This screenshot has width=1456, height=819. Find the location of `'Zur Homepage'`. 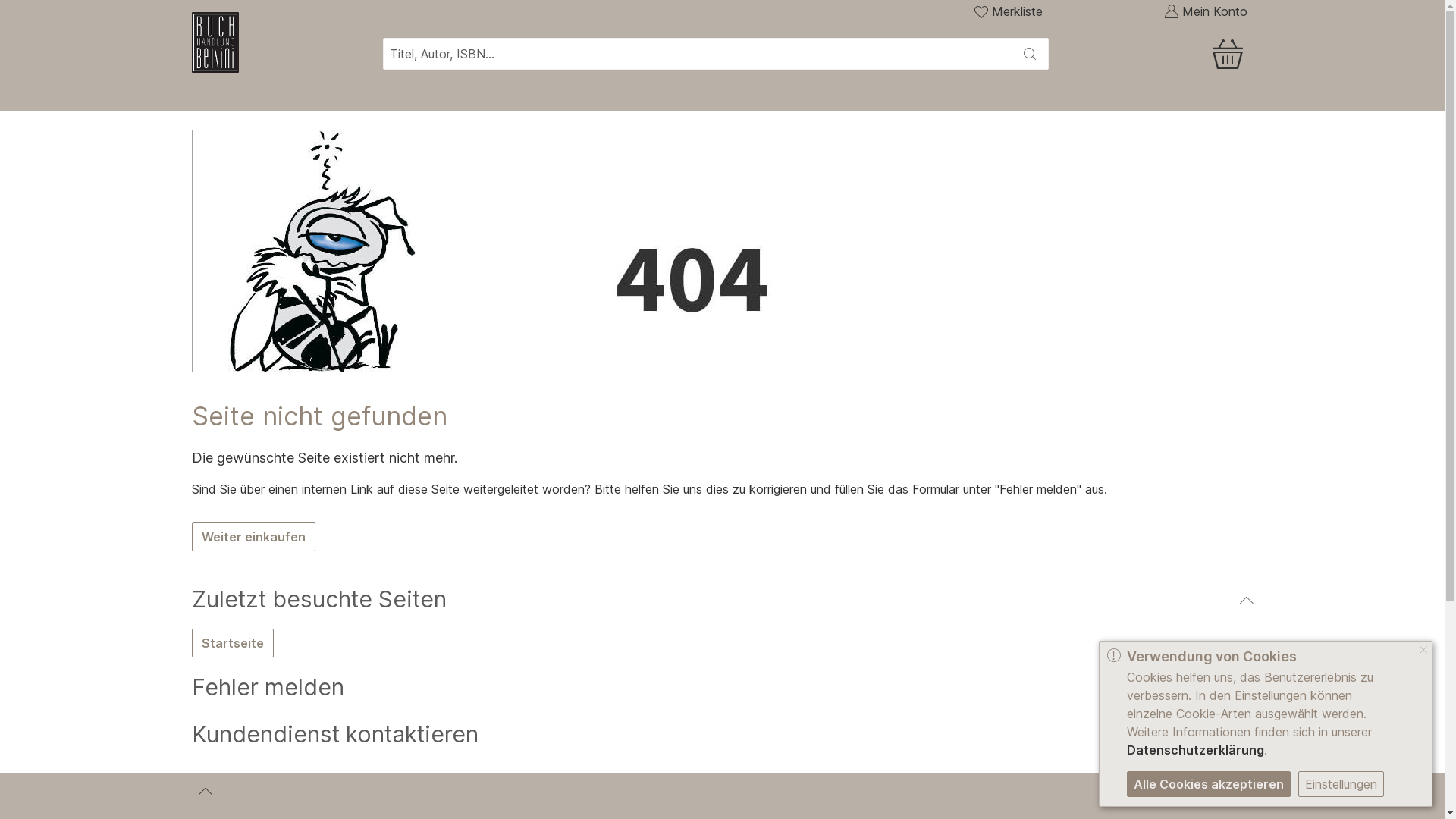

'Zur Homepage' is located at coordinates (271, 42).